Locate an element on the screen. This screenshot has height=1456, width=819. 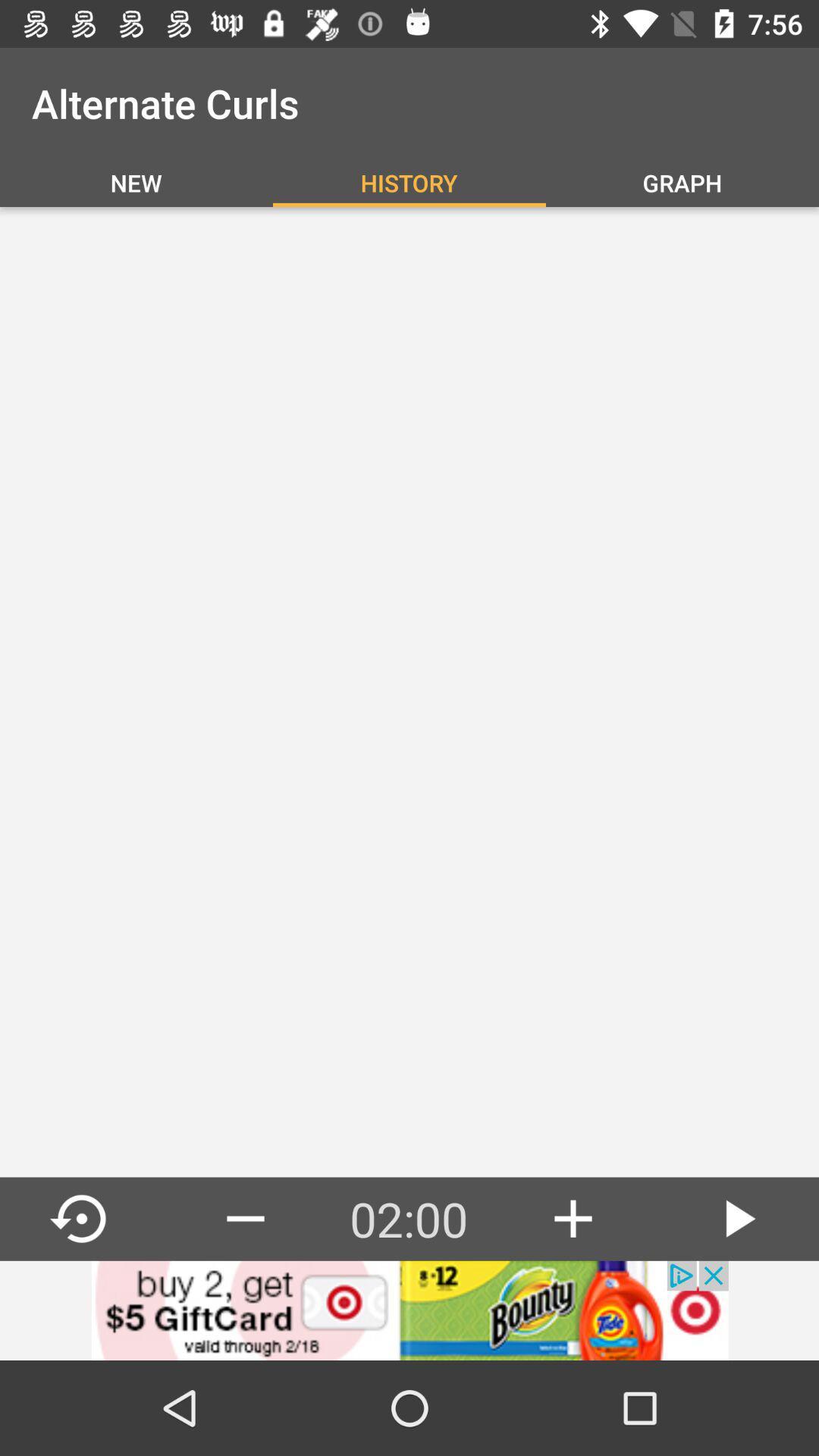
click the advertisement is located at coordinates (409, 1310).